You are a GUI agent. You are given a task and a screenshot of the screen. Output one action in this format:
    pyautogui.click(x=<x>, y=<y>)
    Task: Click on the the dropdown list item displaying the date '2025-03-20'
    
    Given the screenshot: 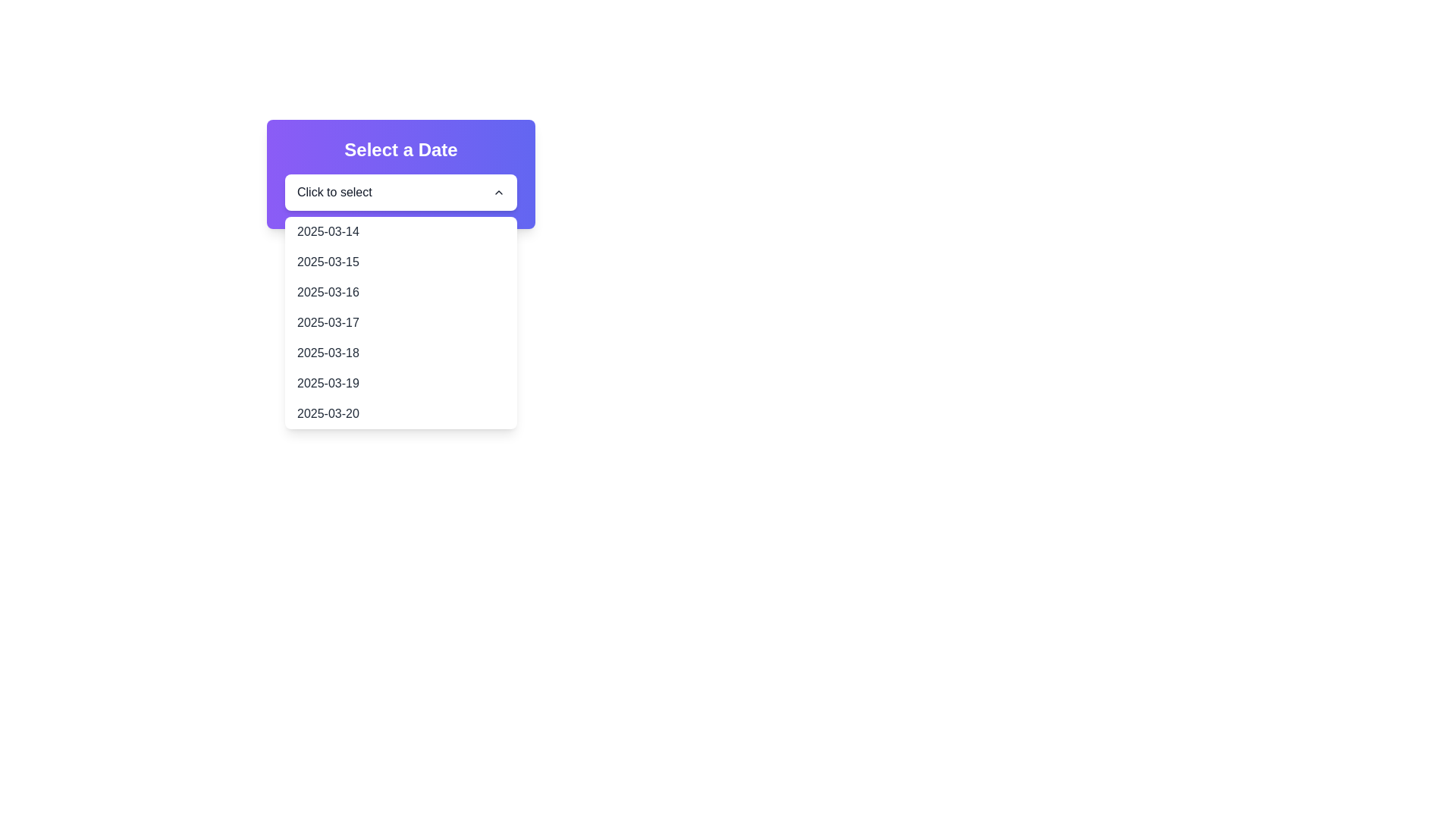 What is the action you would take?
    pyautogui.click(x=327, y=414)
    